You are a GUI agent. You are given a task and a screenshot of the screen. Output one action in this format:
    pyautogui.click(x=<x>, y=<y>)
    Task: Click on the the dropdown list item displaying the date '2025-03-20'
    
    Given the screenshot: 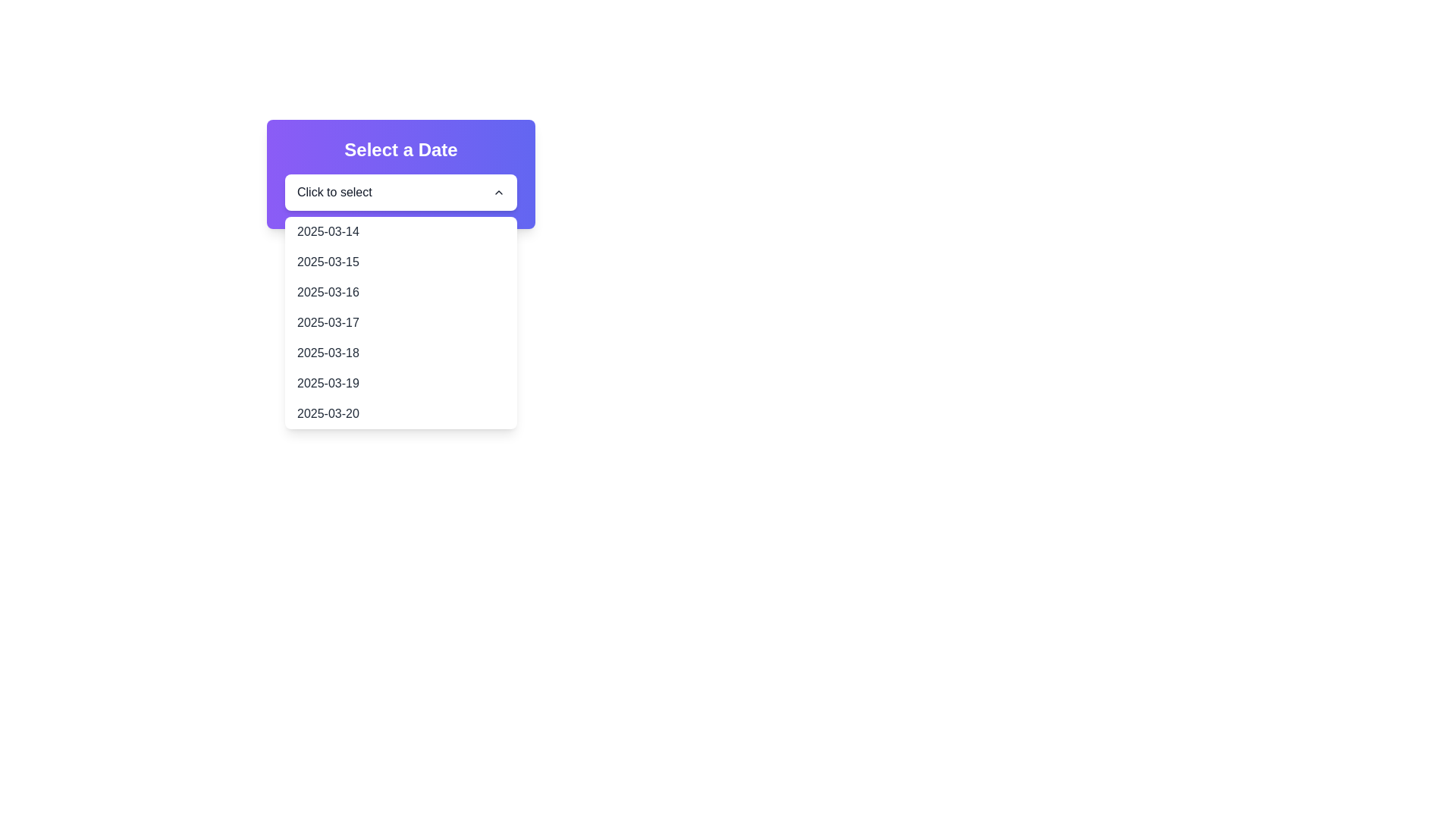 What is the action you would take?
    pyautogui.click(x=327, y=414)
    